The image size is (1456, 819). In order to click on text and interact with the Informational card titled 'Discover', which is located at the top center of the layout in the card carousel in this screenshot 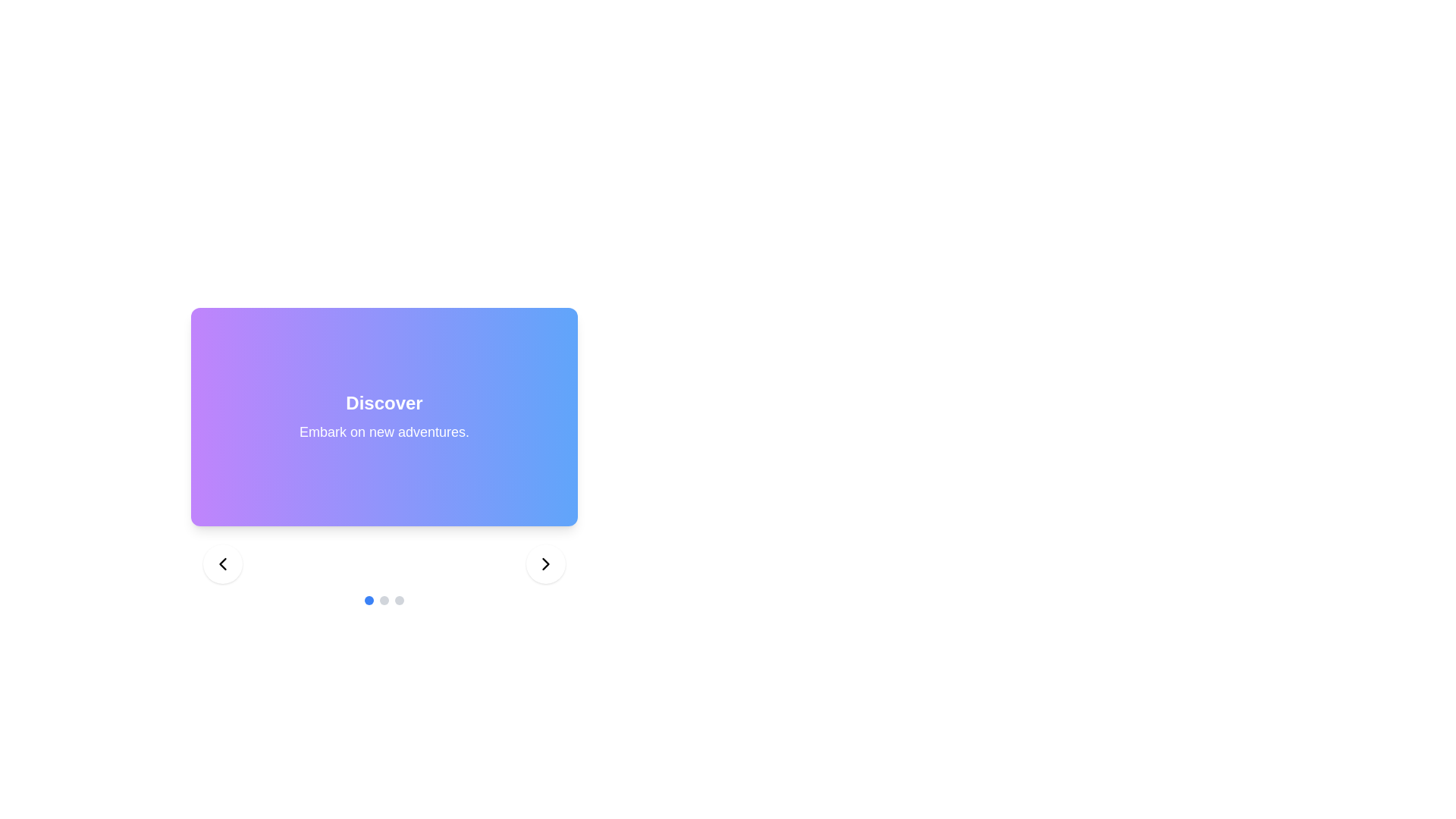, I will do `click(384, 417)`.